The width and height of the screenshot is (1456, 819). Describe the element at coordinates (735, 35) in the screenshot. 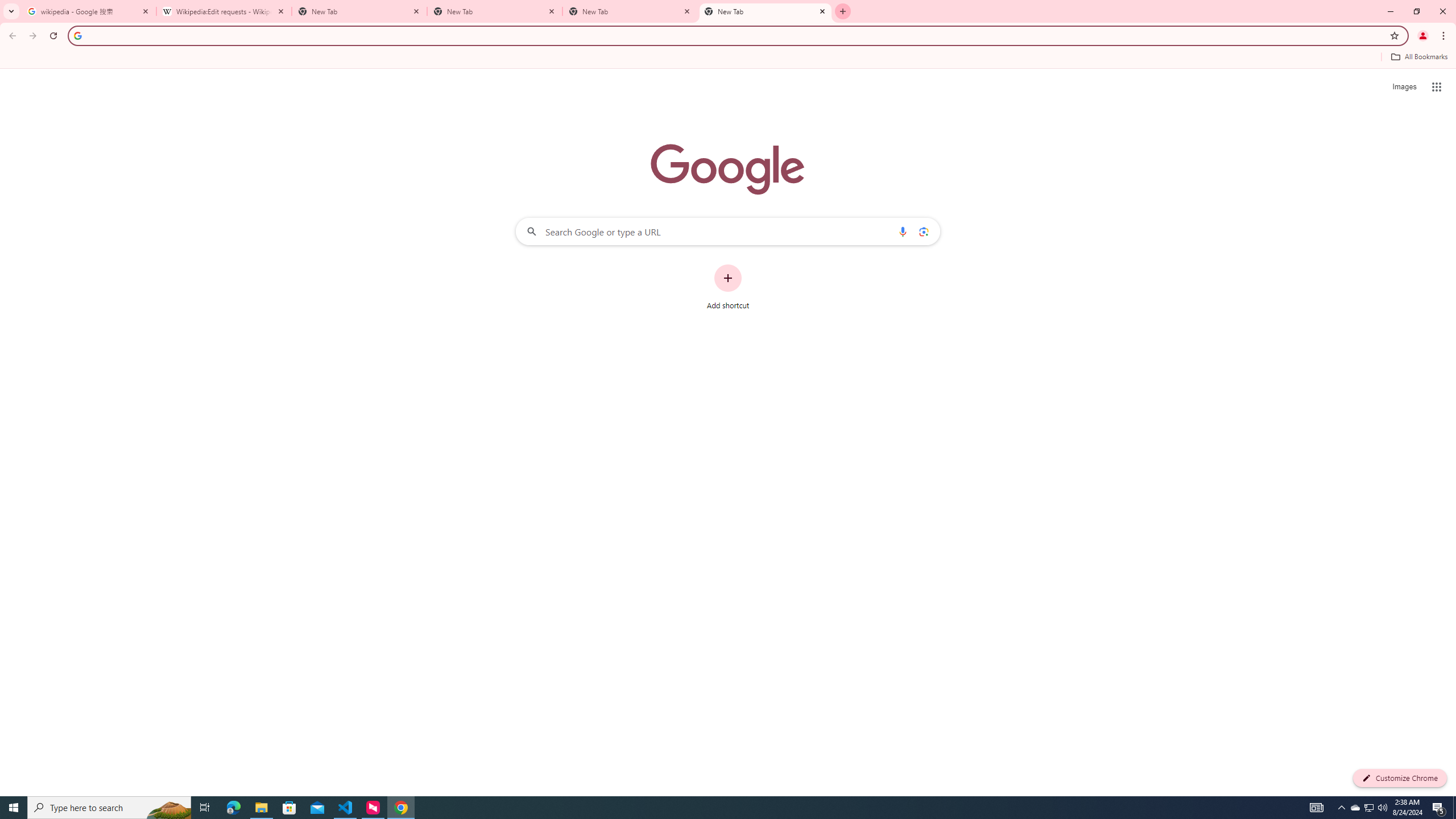

I see `'Address and search bar'` at that location.